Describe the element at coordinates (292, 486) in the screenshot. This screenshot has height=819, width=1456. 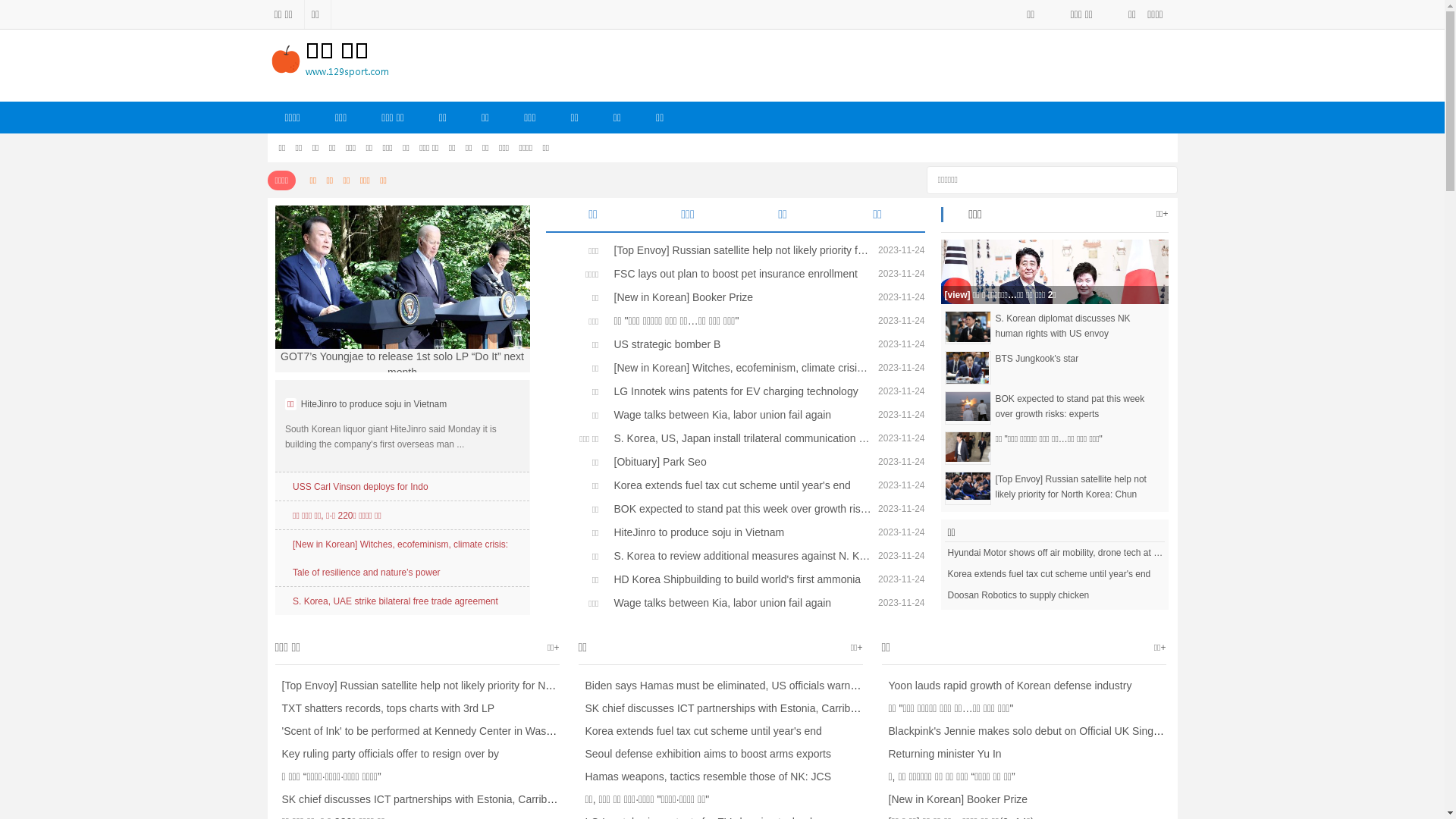
I see `'USS Carl Vinson deploys for Indo'` at that location.